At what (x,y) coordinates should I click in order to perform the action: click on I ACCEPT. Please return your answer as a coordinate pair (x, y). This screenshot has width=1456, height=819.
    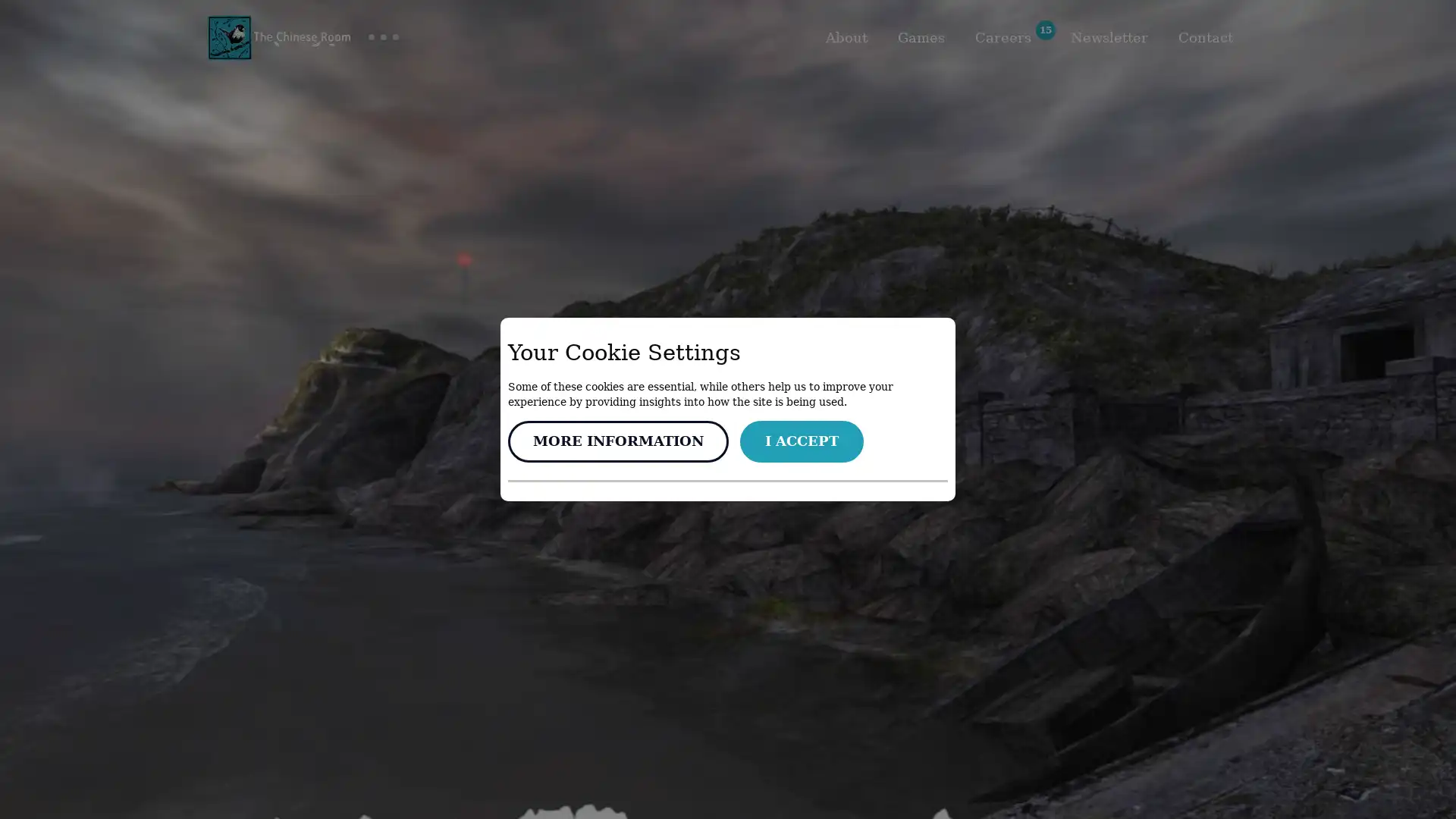
    Looking at the image, I should click on (801, 441).